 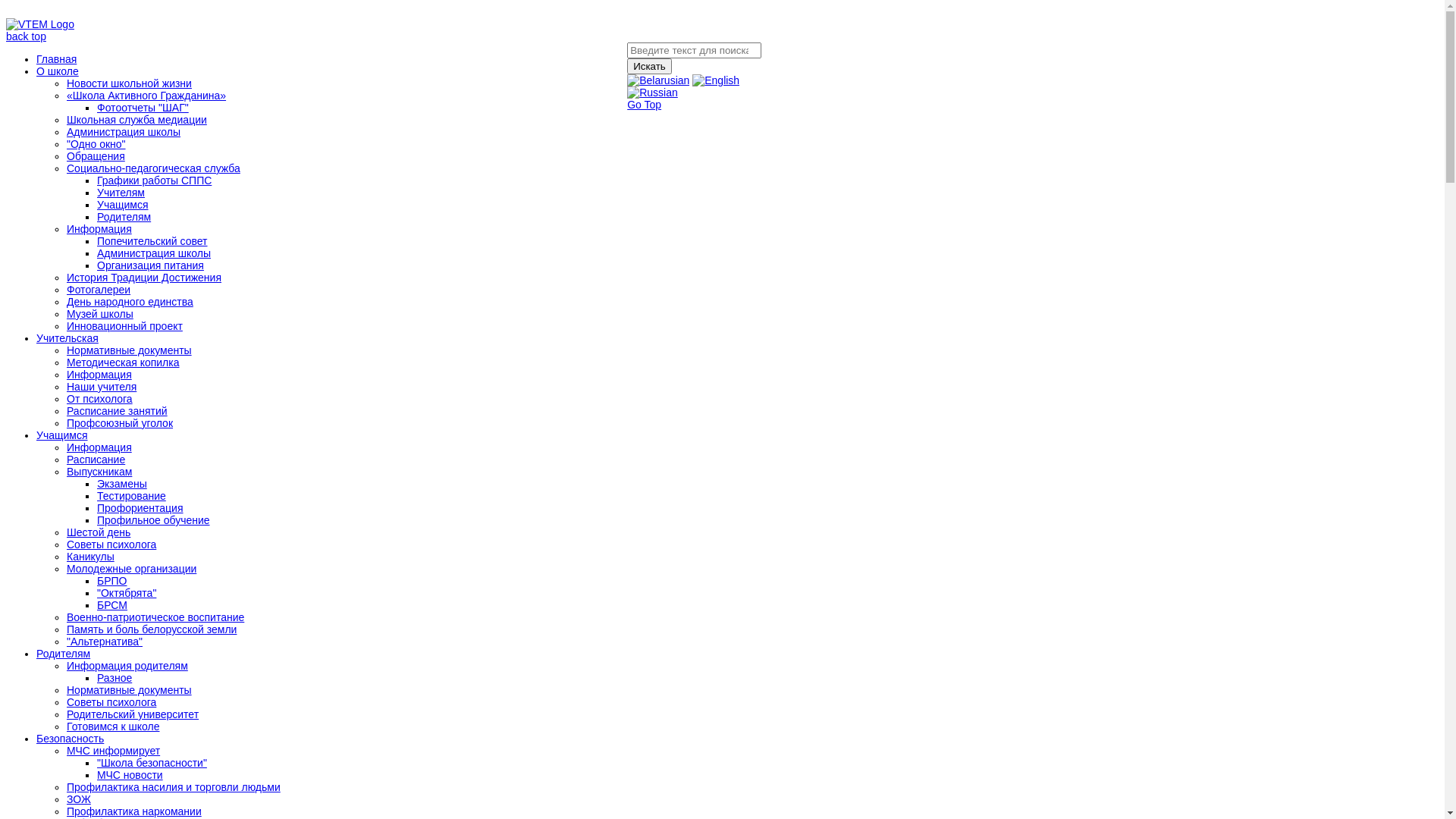 I want to click on 'English', so click(x=715, y=80).